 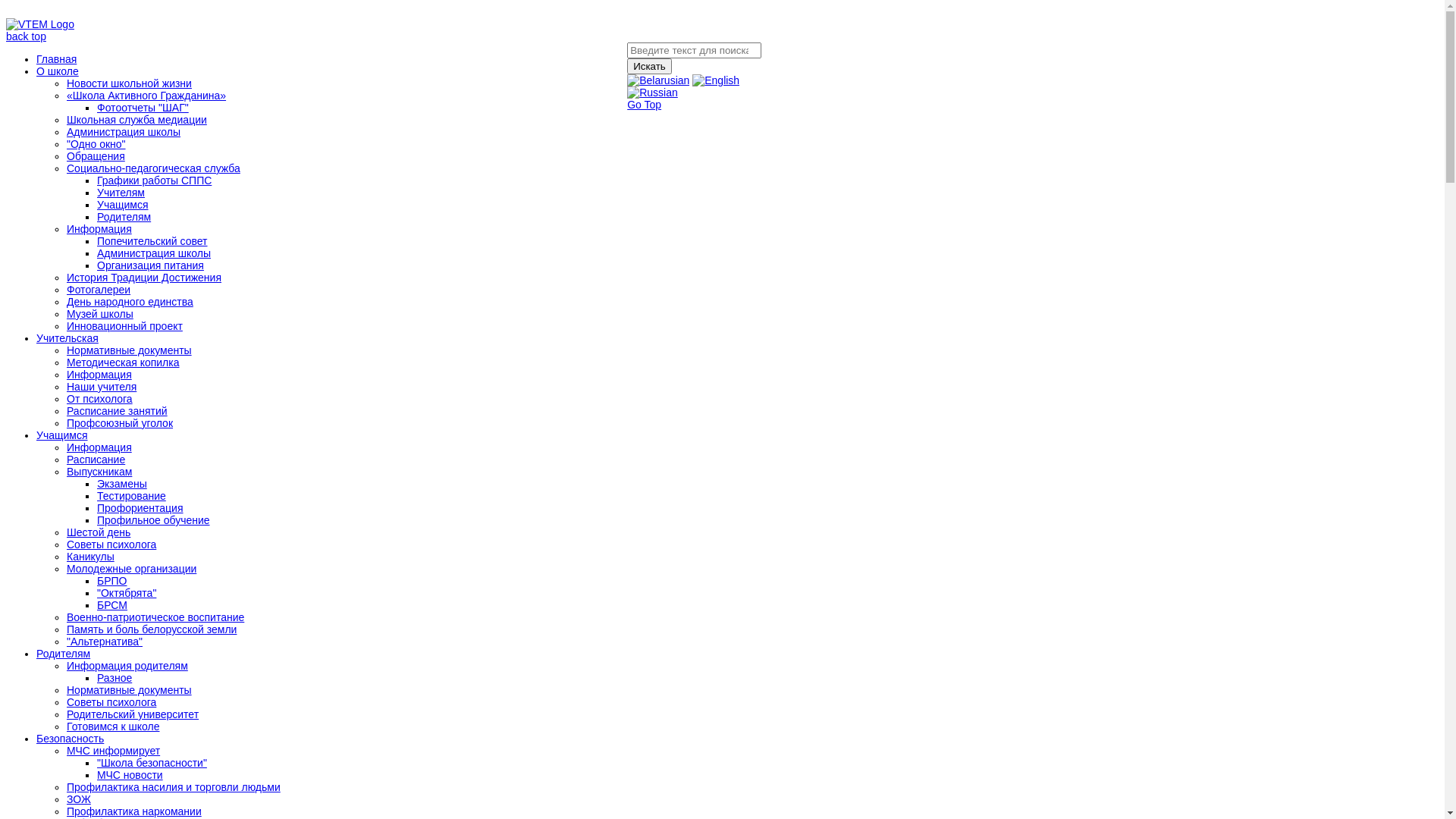 I want to click on 'English', so click(x=715, y=80).